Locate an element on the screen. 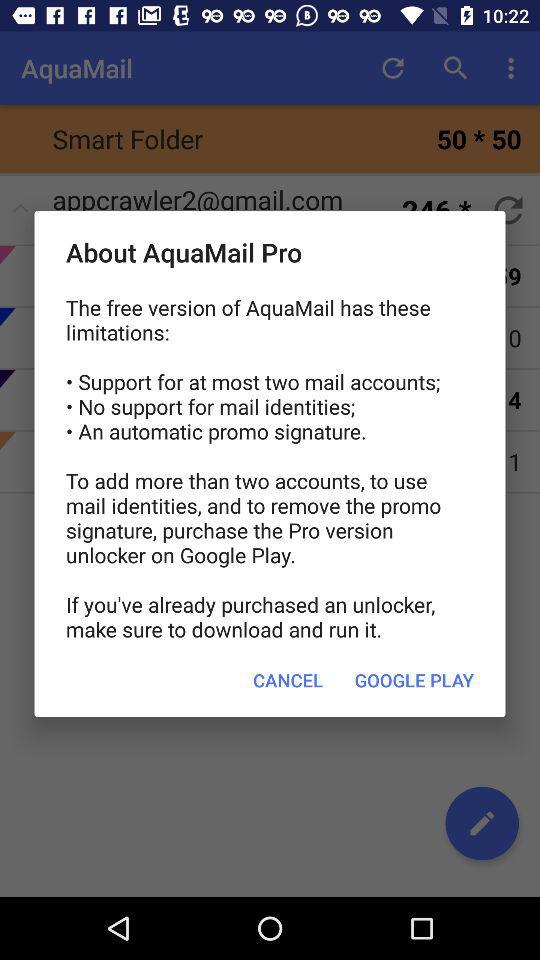 This screenshot has width=540, height=960. icon at the bottom right corner is located at coordinates (413, 680).